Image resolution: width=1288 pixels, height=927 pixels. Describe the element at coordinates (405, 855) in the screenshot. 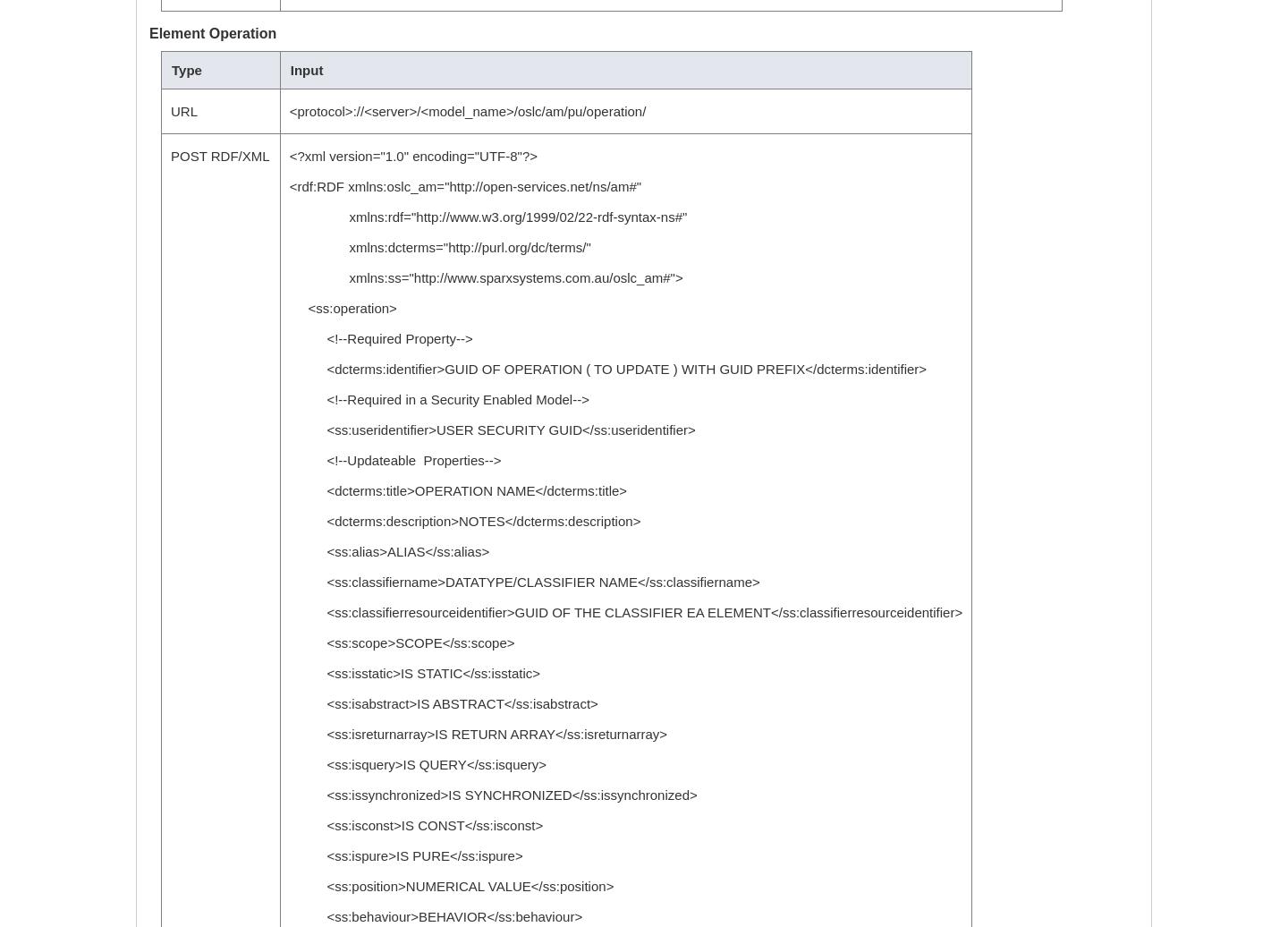

I see `'<ss:ispure>IS PURE</ss:ispure>'` at that location.